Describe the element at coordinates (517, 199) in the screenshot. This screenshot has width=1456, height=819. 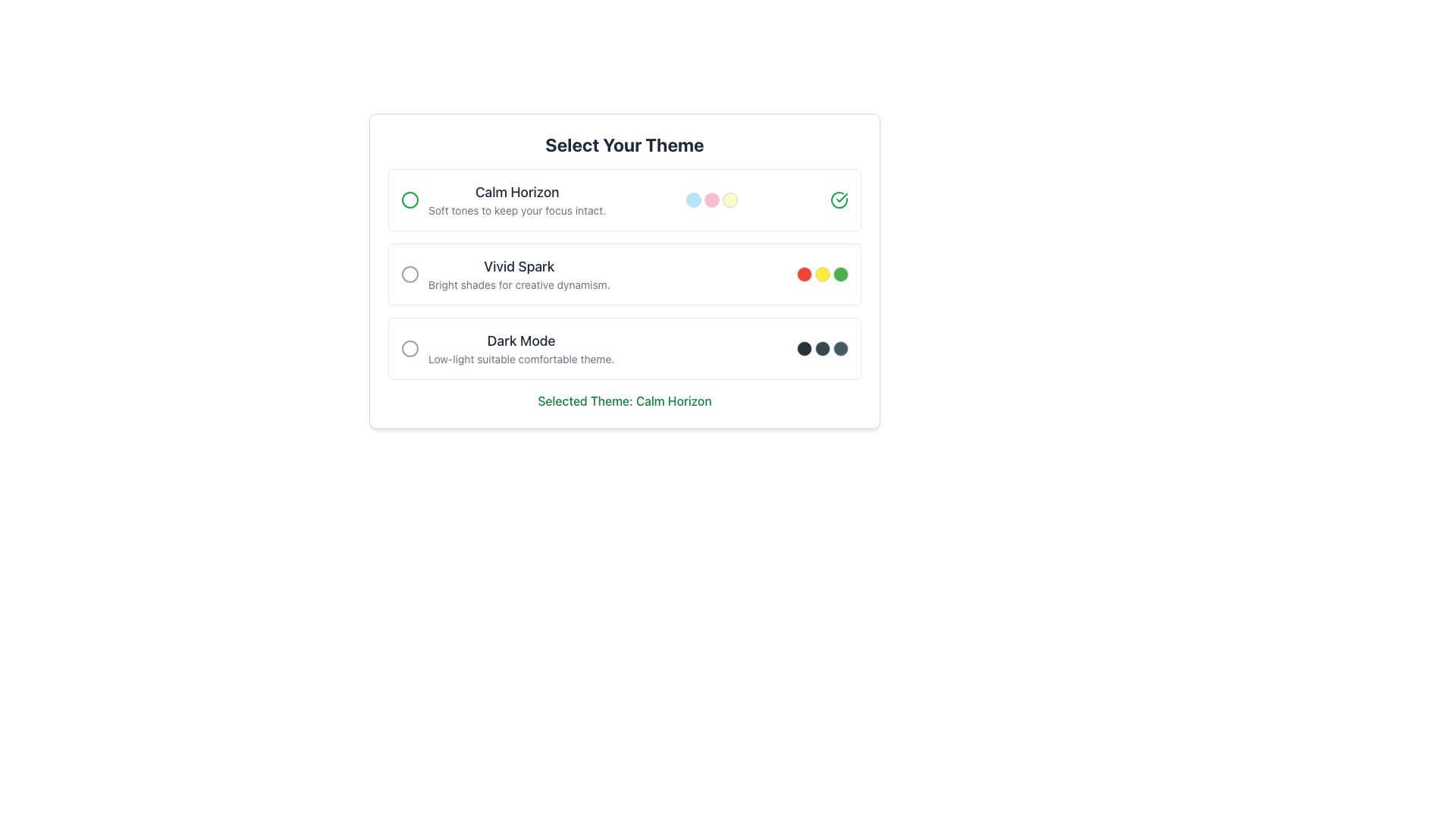
I see `the selectable theme option named 'Calm Horizon' in the theme selection menu, which is the first option in the list and positioned centrally below the heading 'Select Your Theme.'` at that location.